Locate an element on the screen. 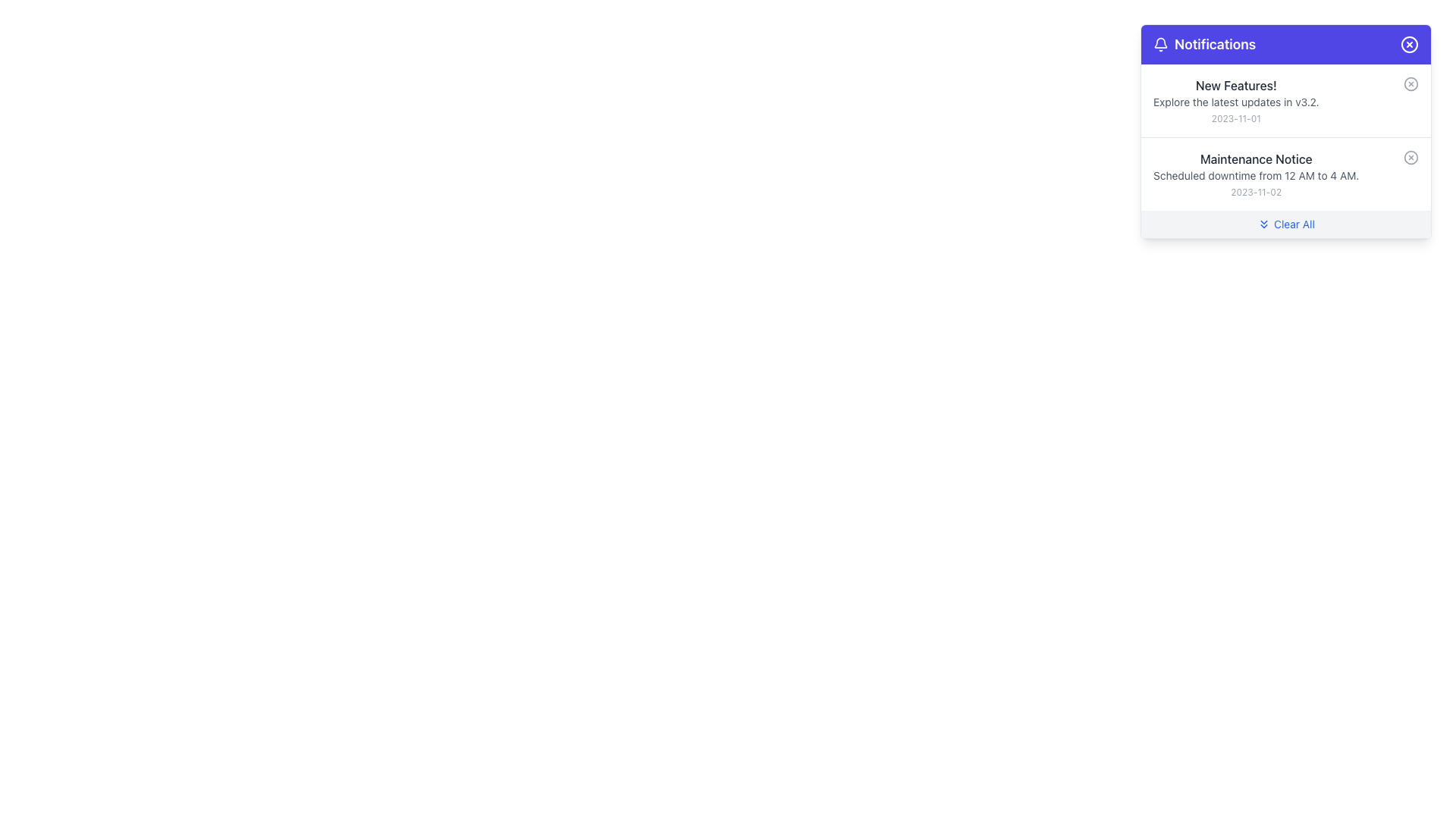 This screenshot has height=819, width=1456. the downward chevrons icon located at the left end of the 'Clear All' text label in the notification panel is located at coordinates (1264, 224).